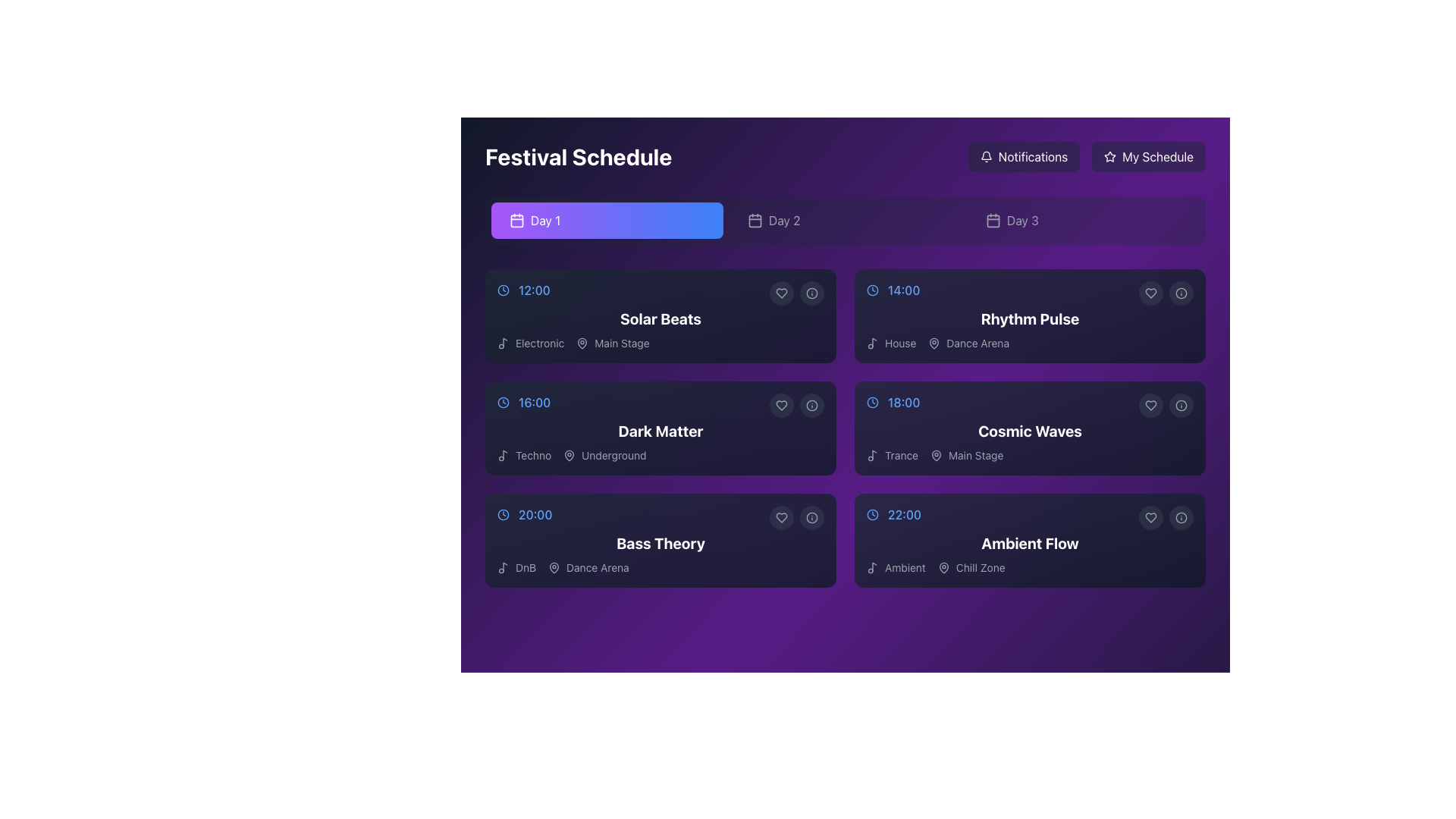 This screenshot has height=819, width=1456. What do you see at coordinates (534, 290) in the screenshot?
I see `time displayed on the text label indicating the start time of the 'Solar Beats' event, located in the top left corner of its card under 'Day 1' in the 'Festival Schedule' interface` at bounding box center [534, 290].